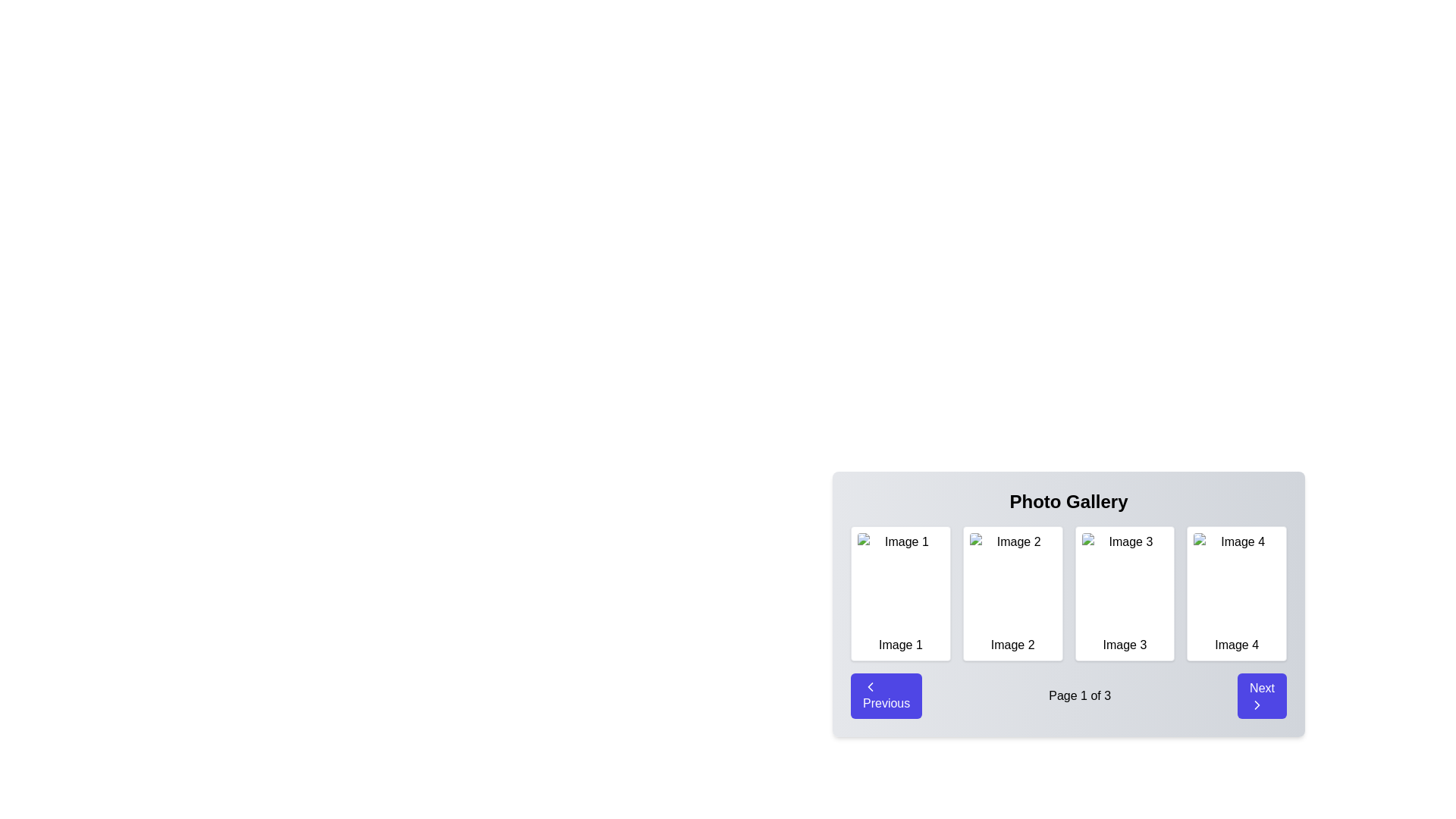  Describe the element at coordinates (870, 687) in the screenshot. I see `the left-facing chevron icon used for the 'Previous' action in the photo gallery interface` at that location.